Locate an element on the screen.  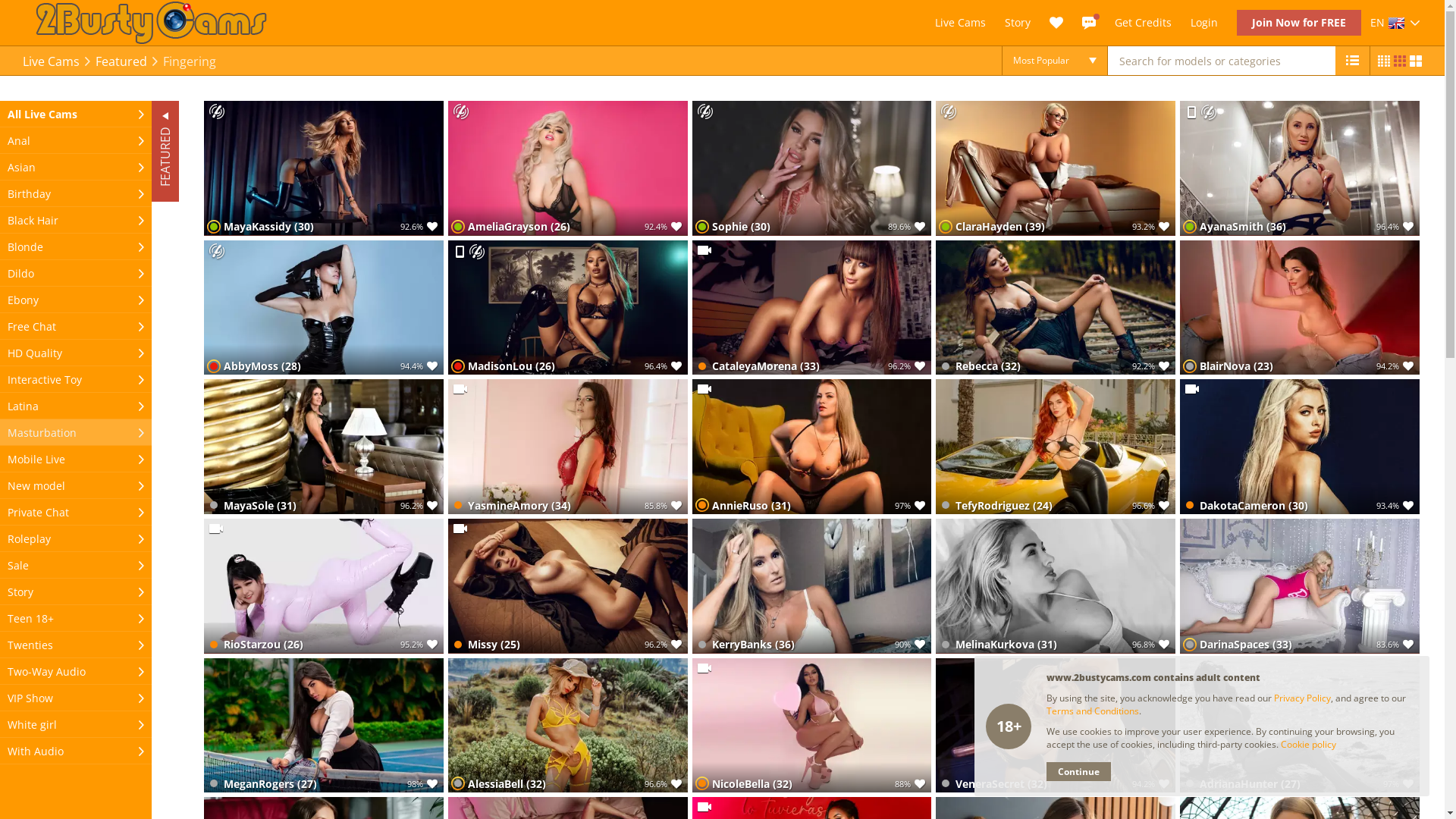
'Continue' is located at coordinates (1078, 771).